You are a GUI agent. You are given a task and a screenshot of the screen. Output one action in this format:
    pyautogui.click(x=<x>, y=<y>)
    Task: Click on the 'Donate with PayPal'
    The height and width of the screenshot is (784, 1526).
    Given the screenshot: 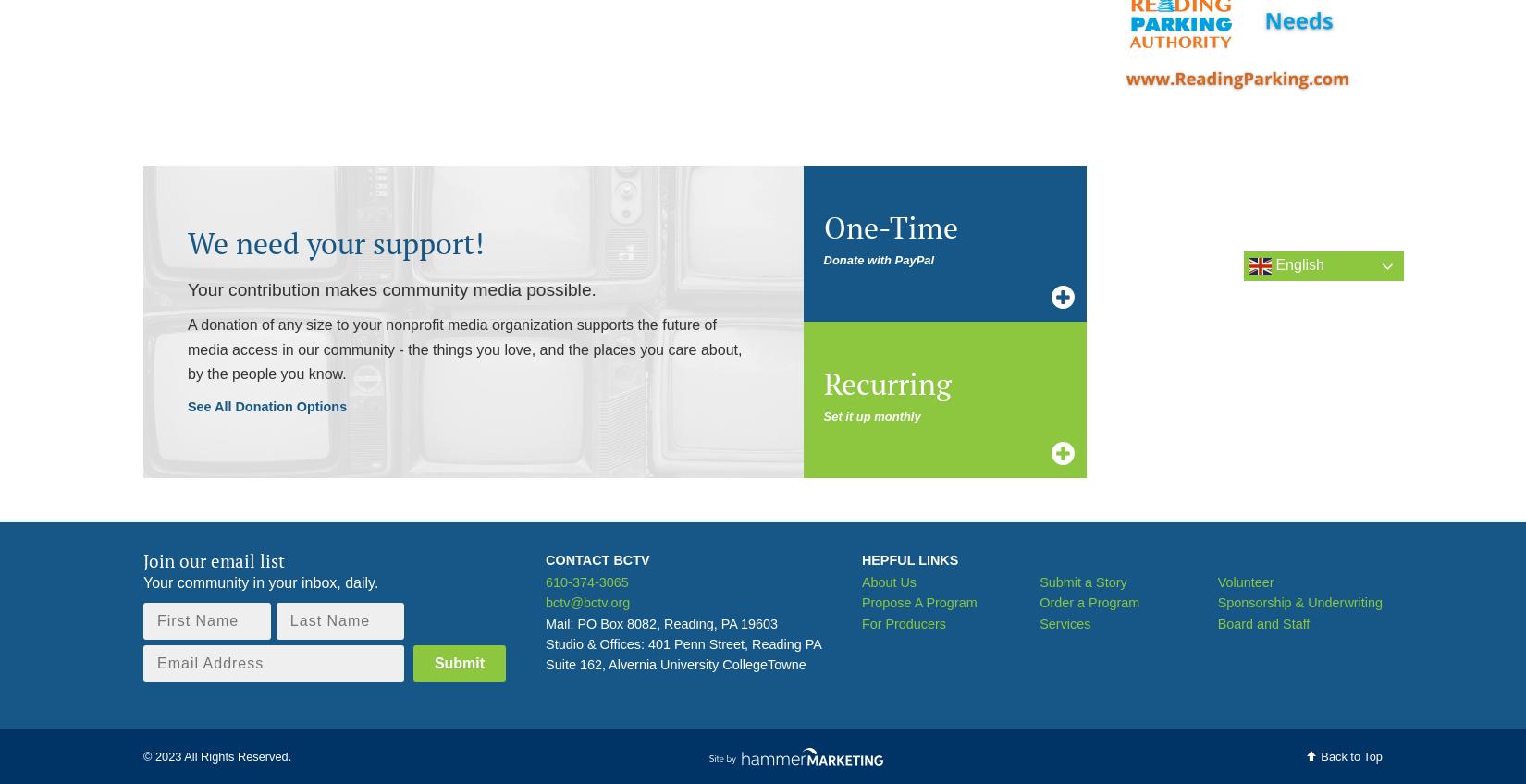 What is the action you would take?
    pyautogui.click(x=879, y=260)
    